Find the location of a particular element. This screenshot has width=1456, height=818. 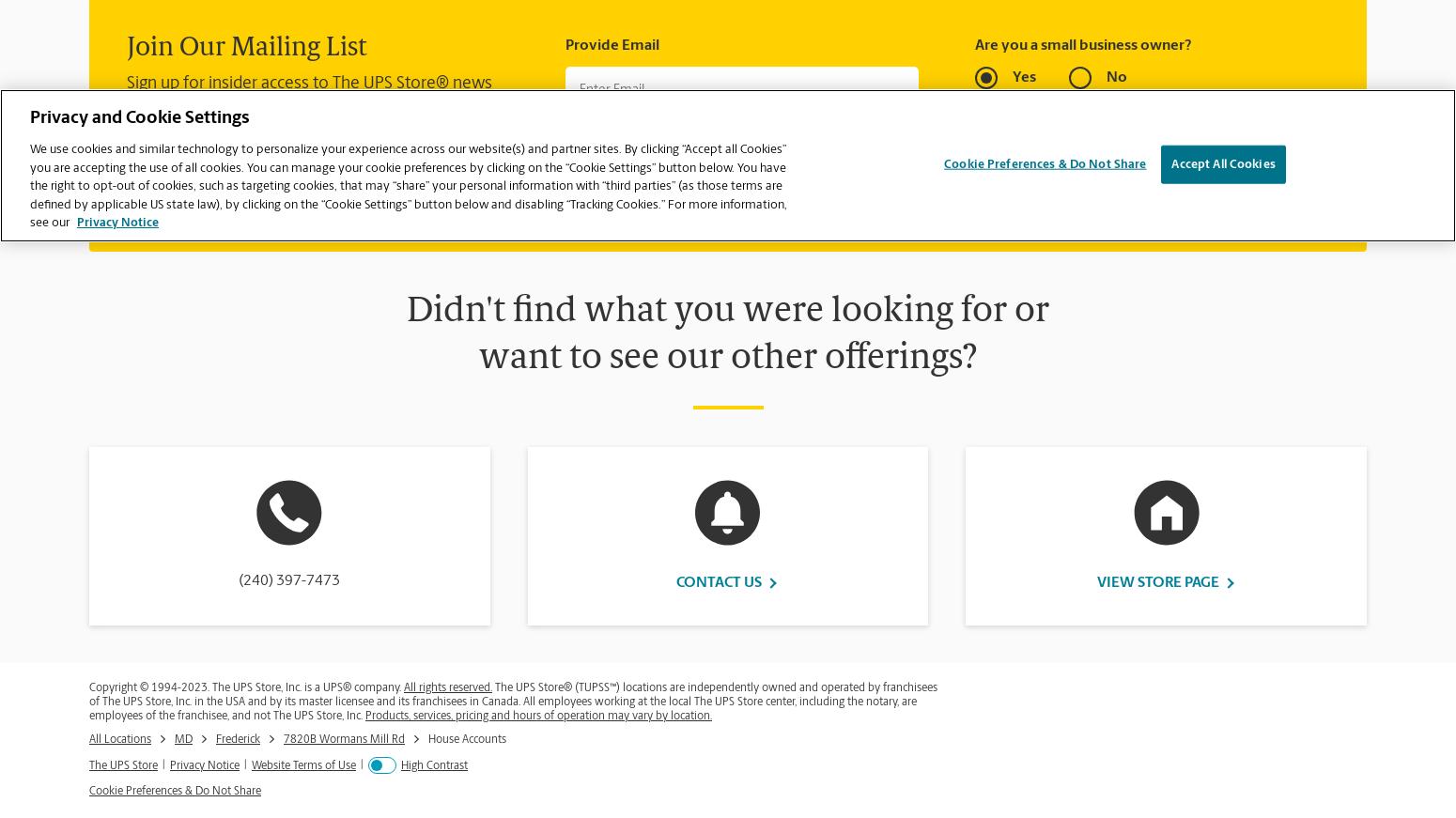

'The UPS Store' is located at coordinates (123, 764).